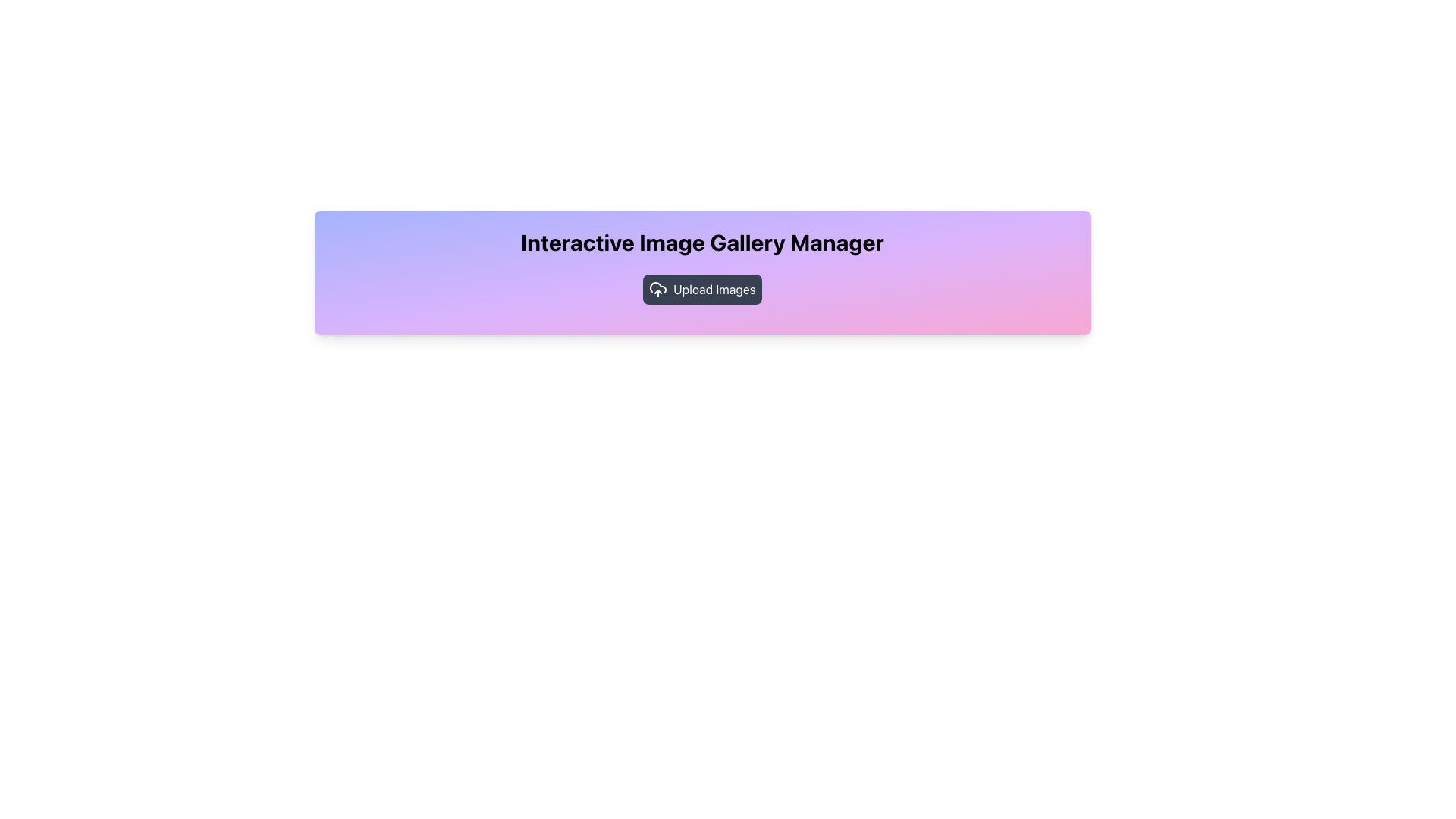  I want to click on the cloud upload icon located inside the 'Upload Images' button, so click(658, 289).